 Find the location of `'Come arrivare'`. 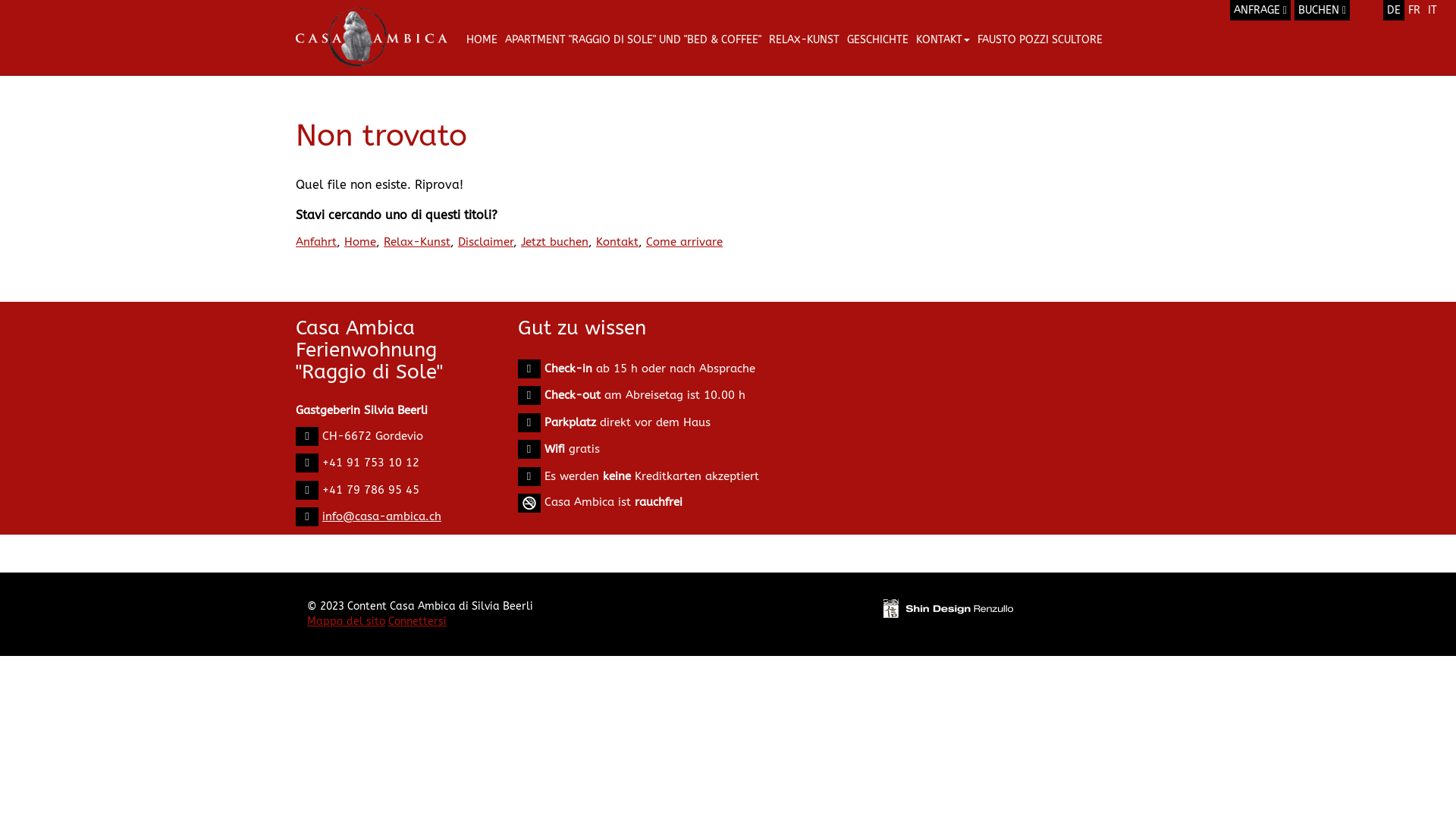

'Come arrivare' is located at coordinates (683, 241).